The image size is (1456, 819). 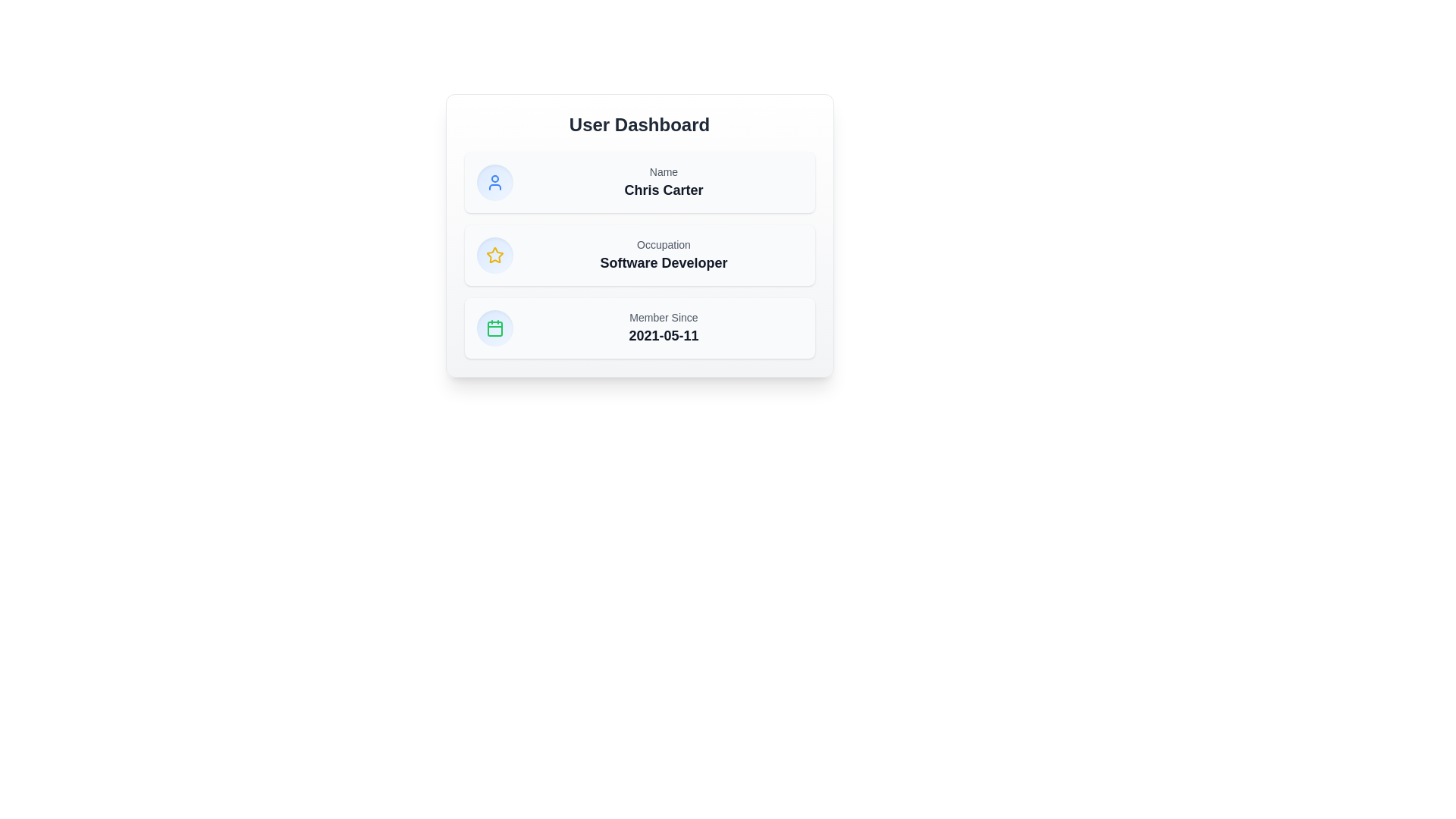 I want to click on the 'Member Since' text display element that shows the date '2021-05-11', located in the third section of the dashboard card, to the right of the calendar icon, so click(x=664, y=327).